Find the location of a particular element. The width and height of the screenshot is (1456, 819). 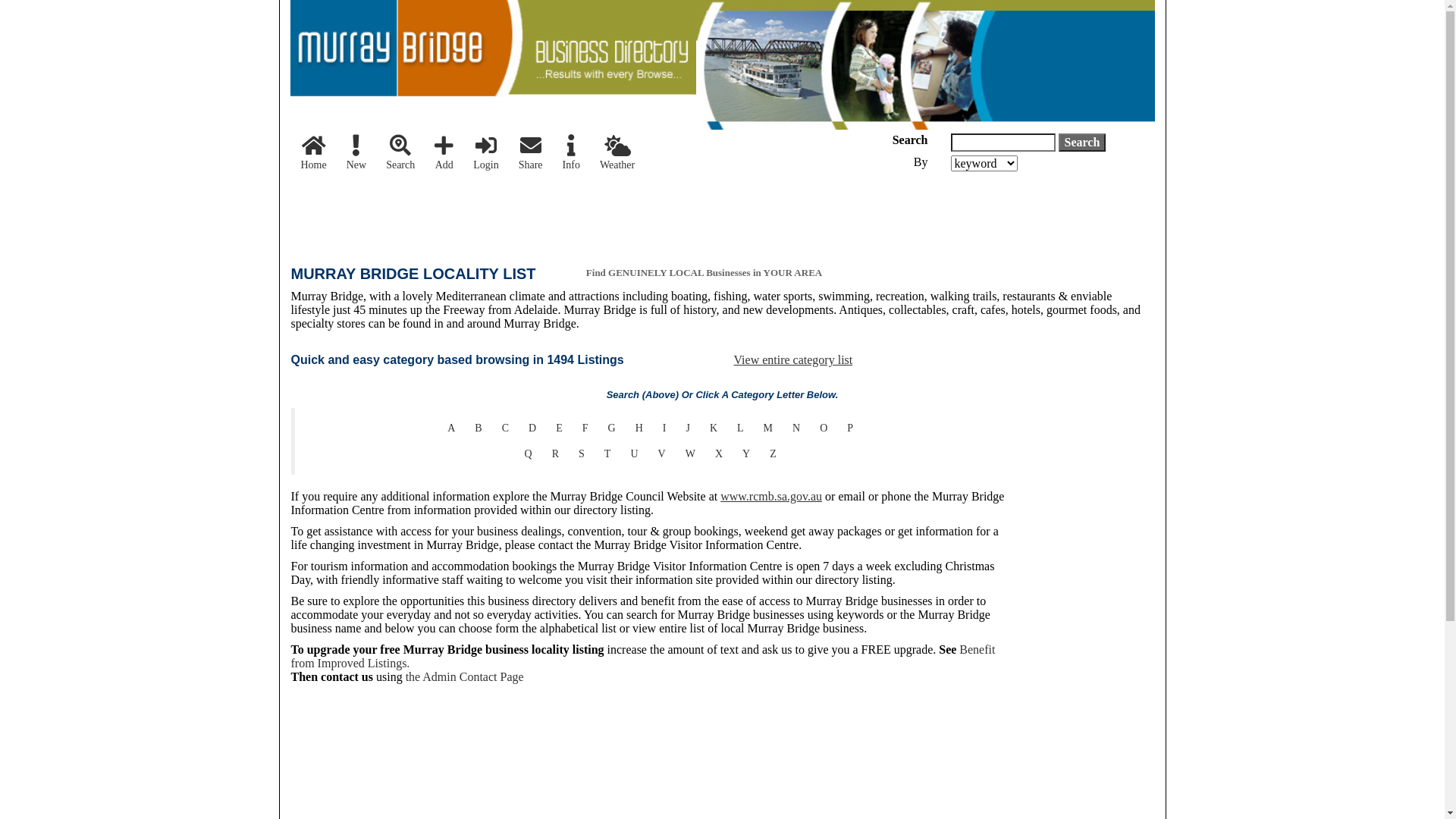

'O' is located at coordinates (822, 428).